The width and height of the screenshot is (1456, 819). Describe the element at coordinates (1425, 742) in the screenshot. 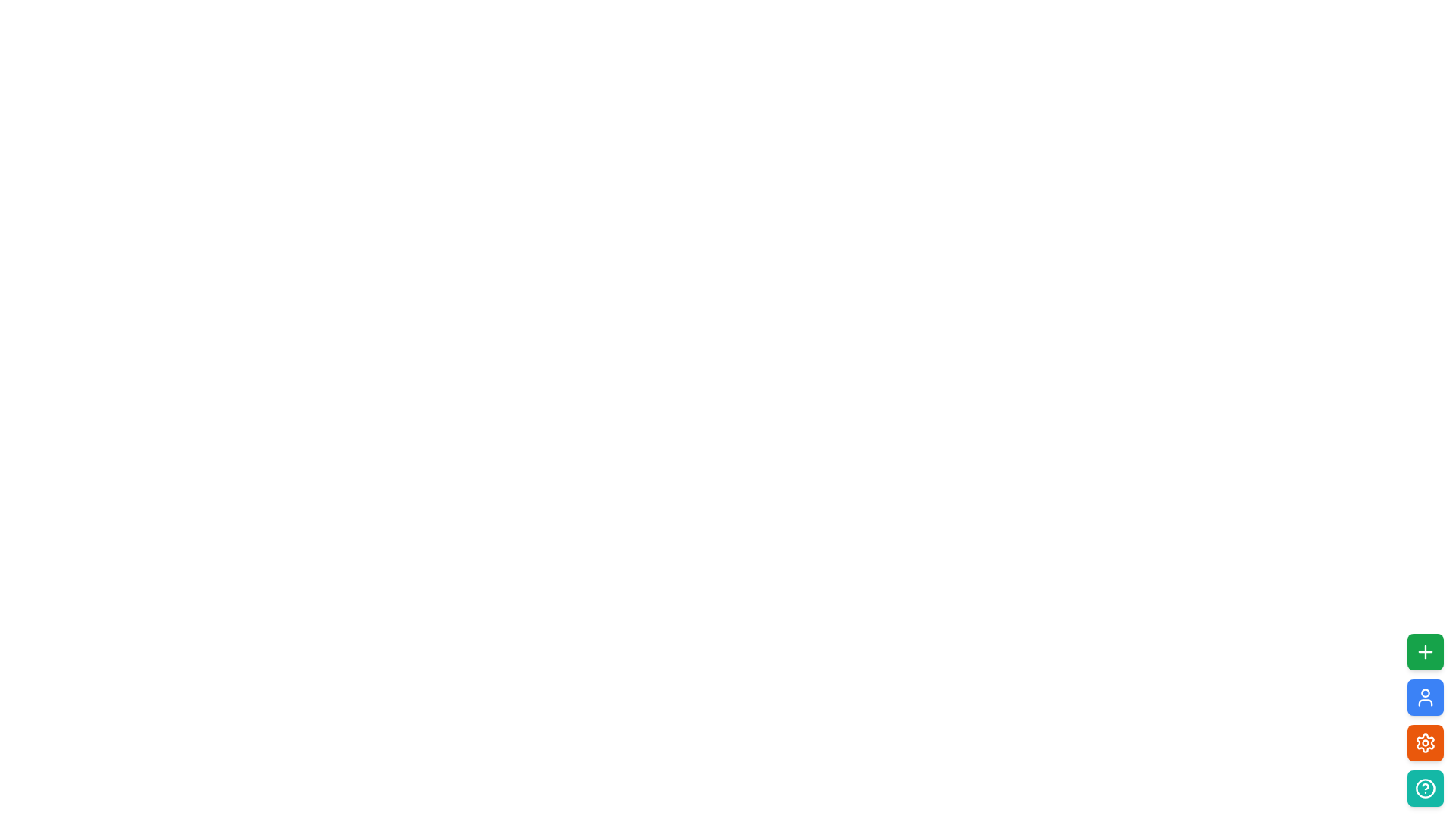

I see `the settings button, which is the third icon in a vertical stack on the right-hand side of the interface` at that location.